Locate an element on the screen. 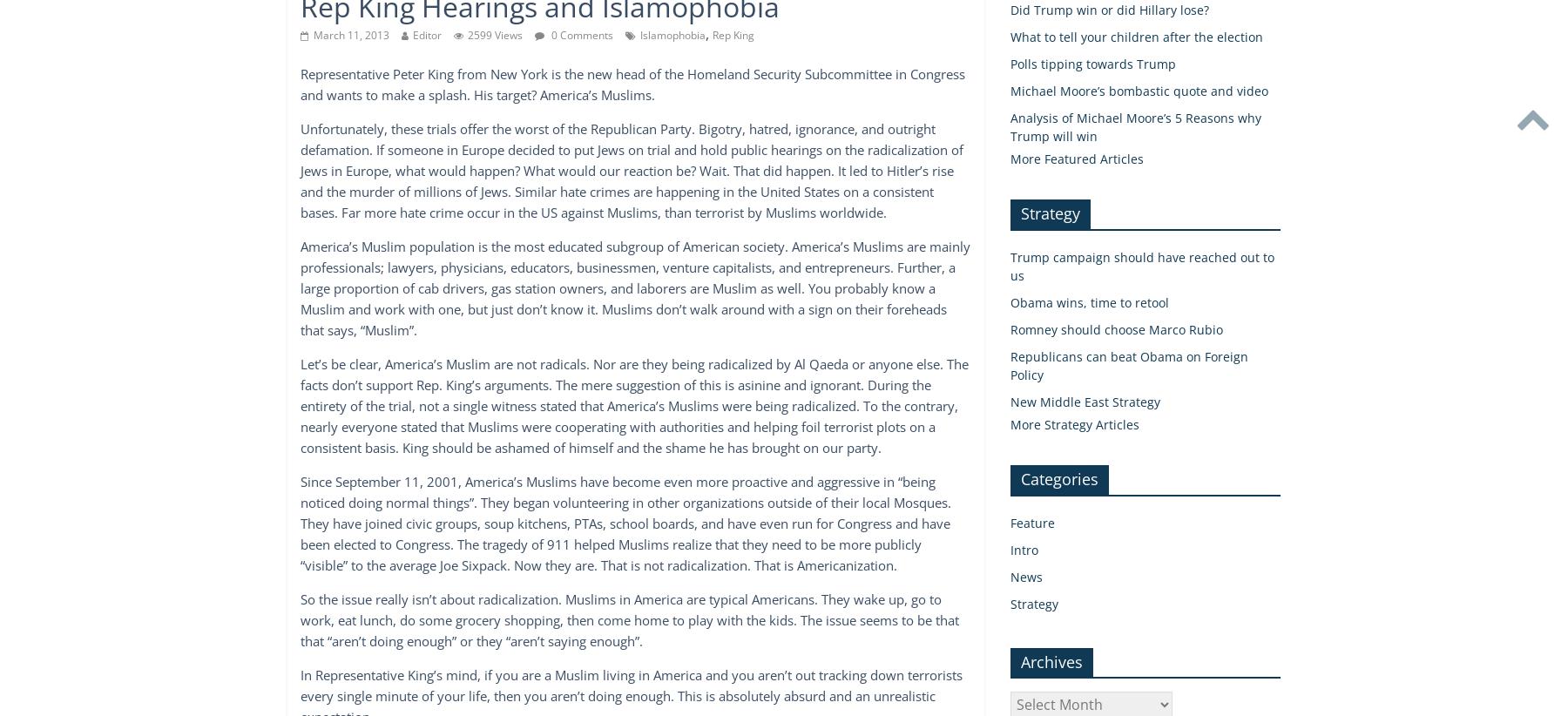 The height and width of the screenshot is (716, 1568). 'Romney should choose Marco Rubio' is located at coordinates (1116, 328).